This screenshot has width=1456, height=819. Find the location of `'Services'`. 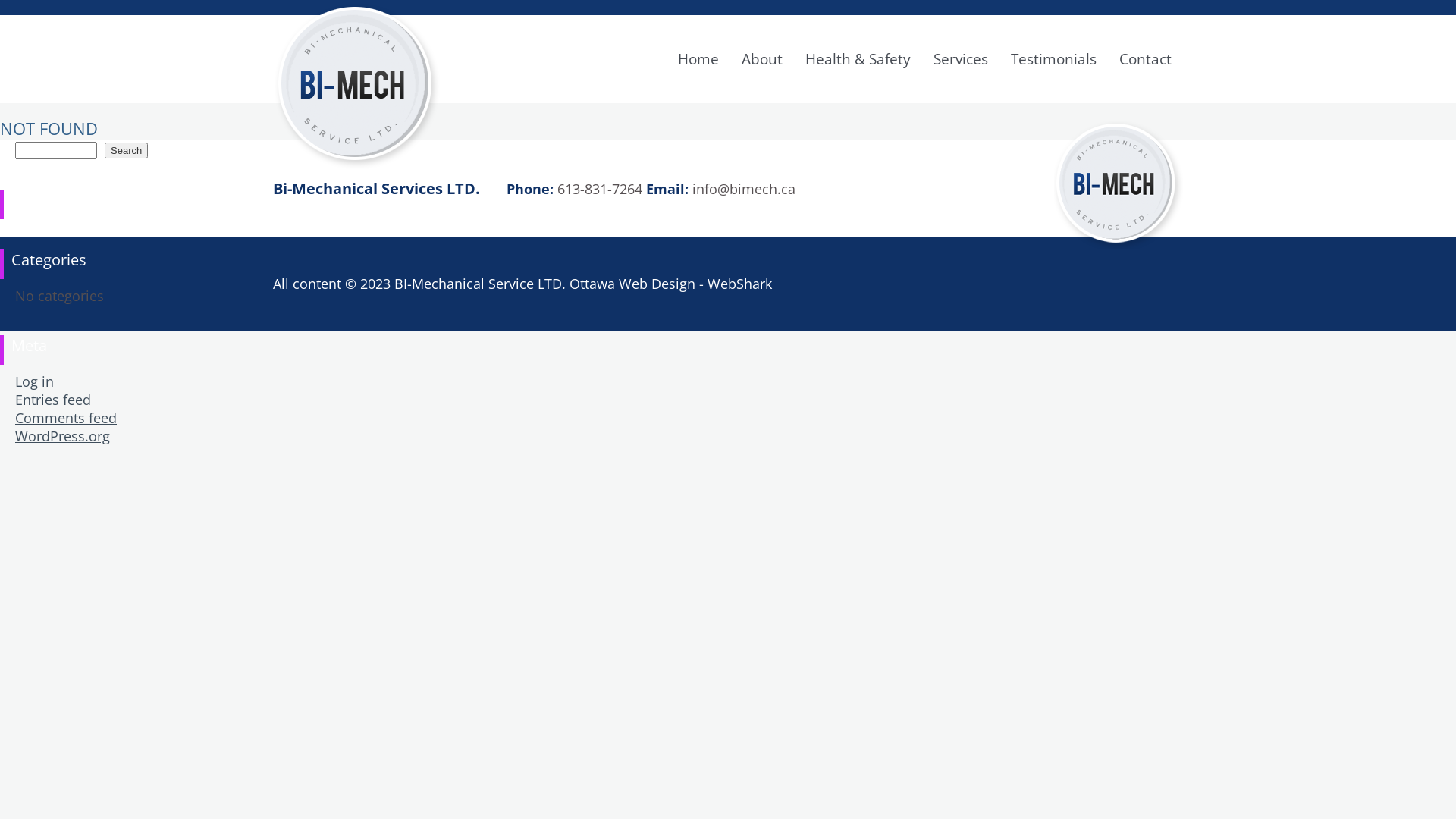

'Services' is located at coordinates (960, 58).